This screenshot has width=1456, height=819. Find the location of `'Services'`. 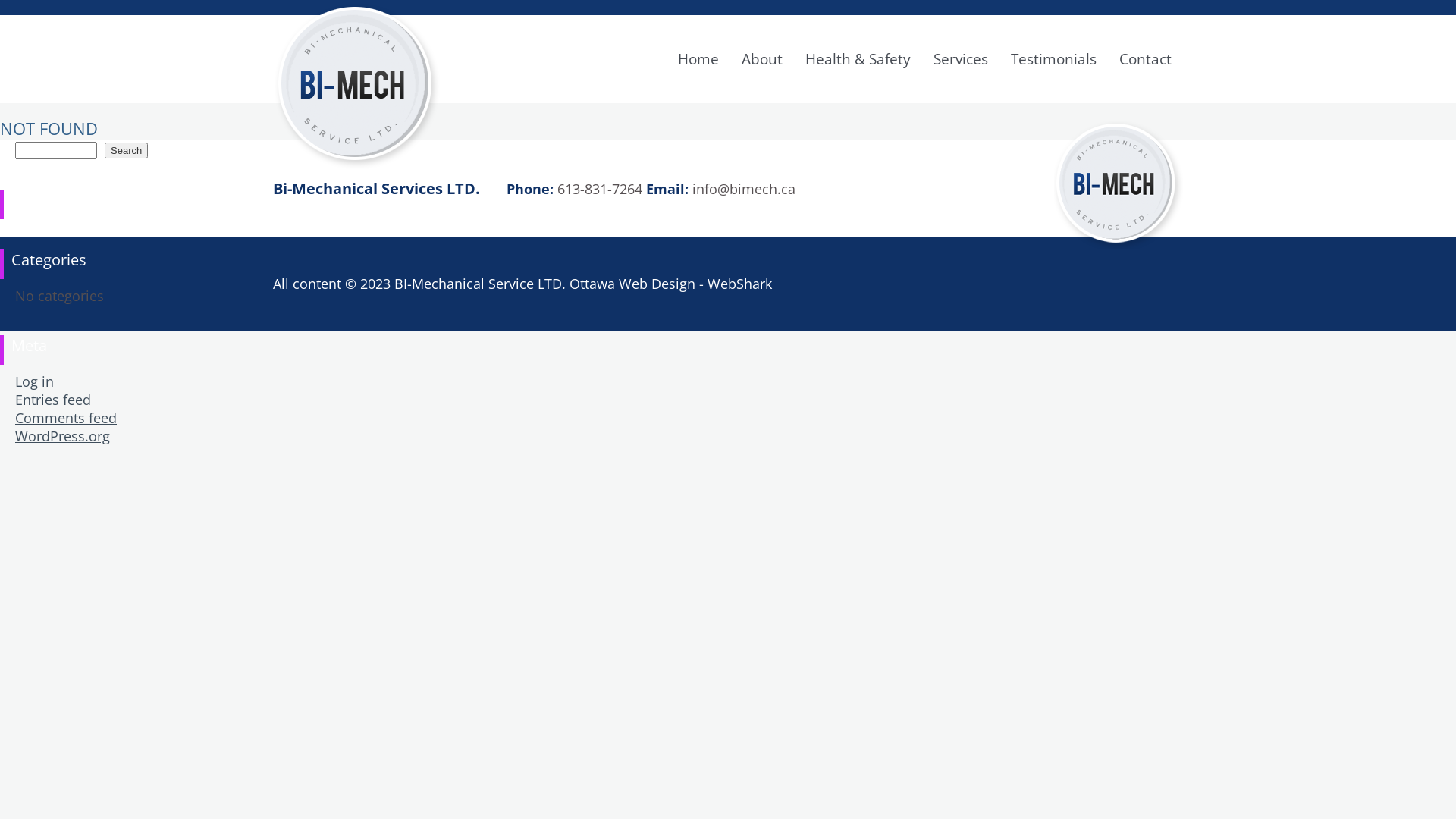

'Services' is located at coordinates (960, 58).